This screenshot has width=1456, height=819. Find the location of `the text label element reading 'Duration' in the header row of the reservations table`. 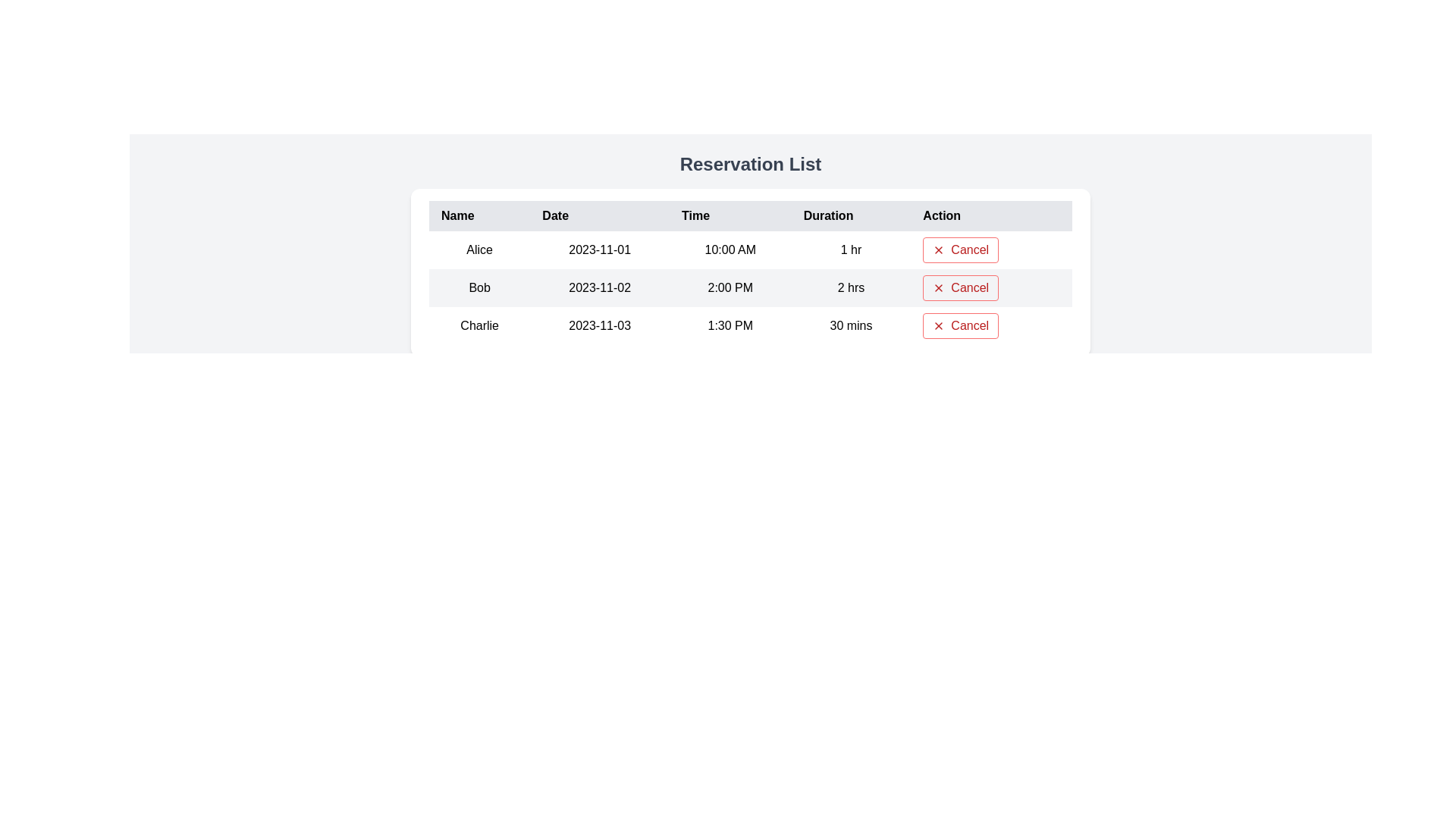

the text label element reading 'Duration' in the header row of the reservations table is located at coordinates (851, 216).